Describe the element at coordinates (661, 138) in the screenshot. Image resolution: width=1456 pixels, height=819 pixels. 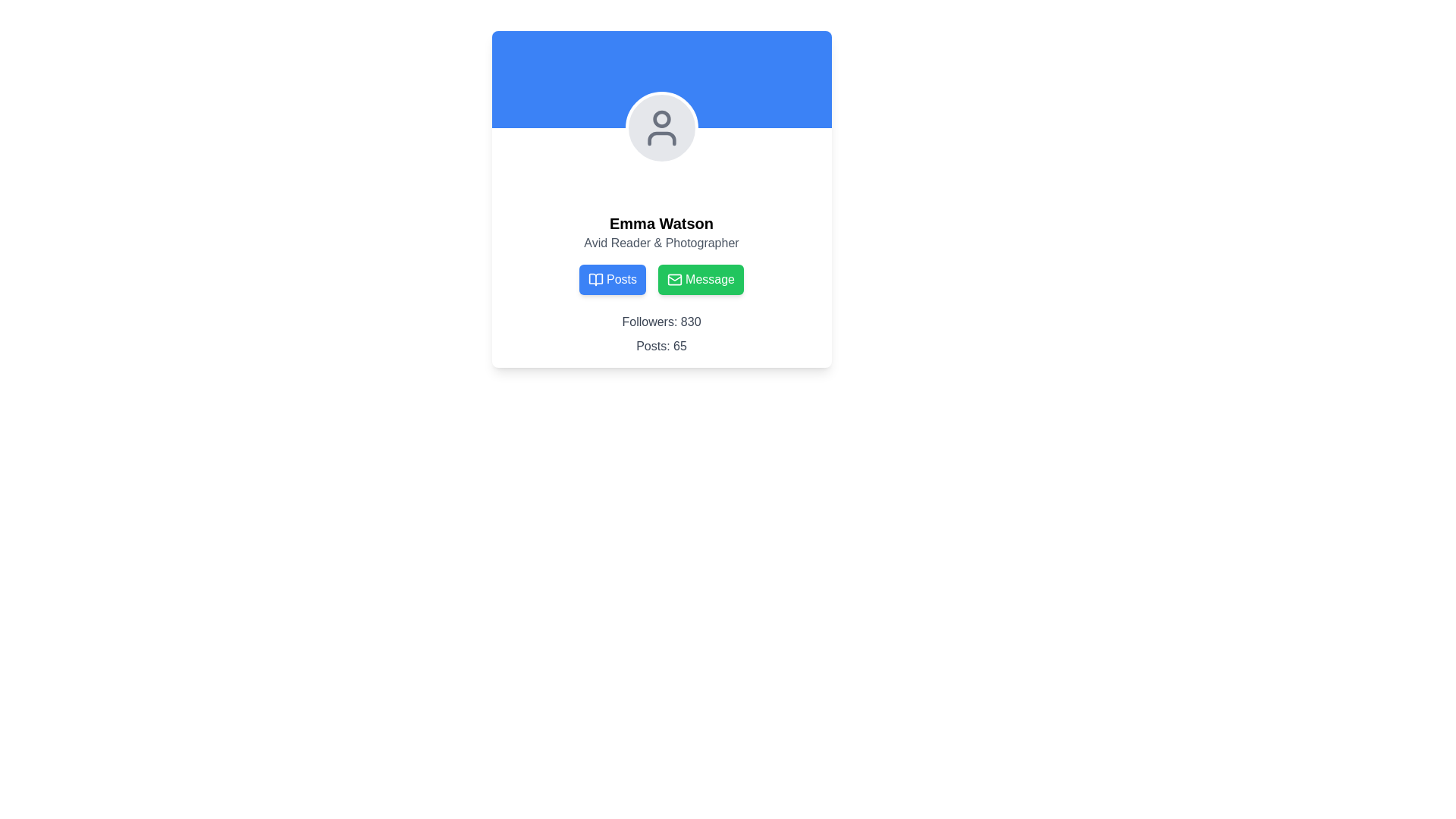
I see `the decorative graphical component styled as a grayish rounded rectangle located beneath the user avatar icon in the user profile card` at that location.